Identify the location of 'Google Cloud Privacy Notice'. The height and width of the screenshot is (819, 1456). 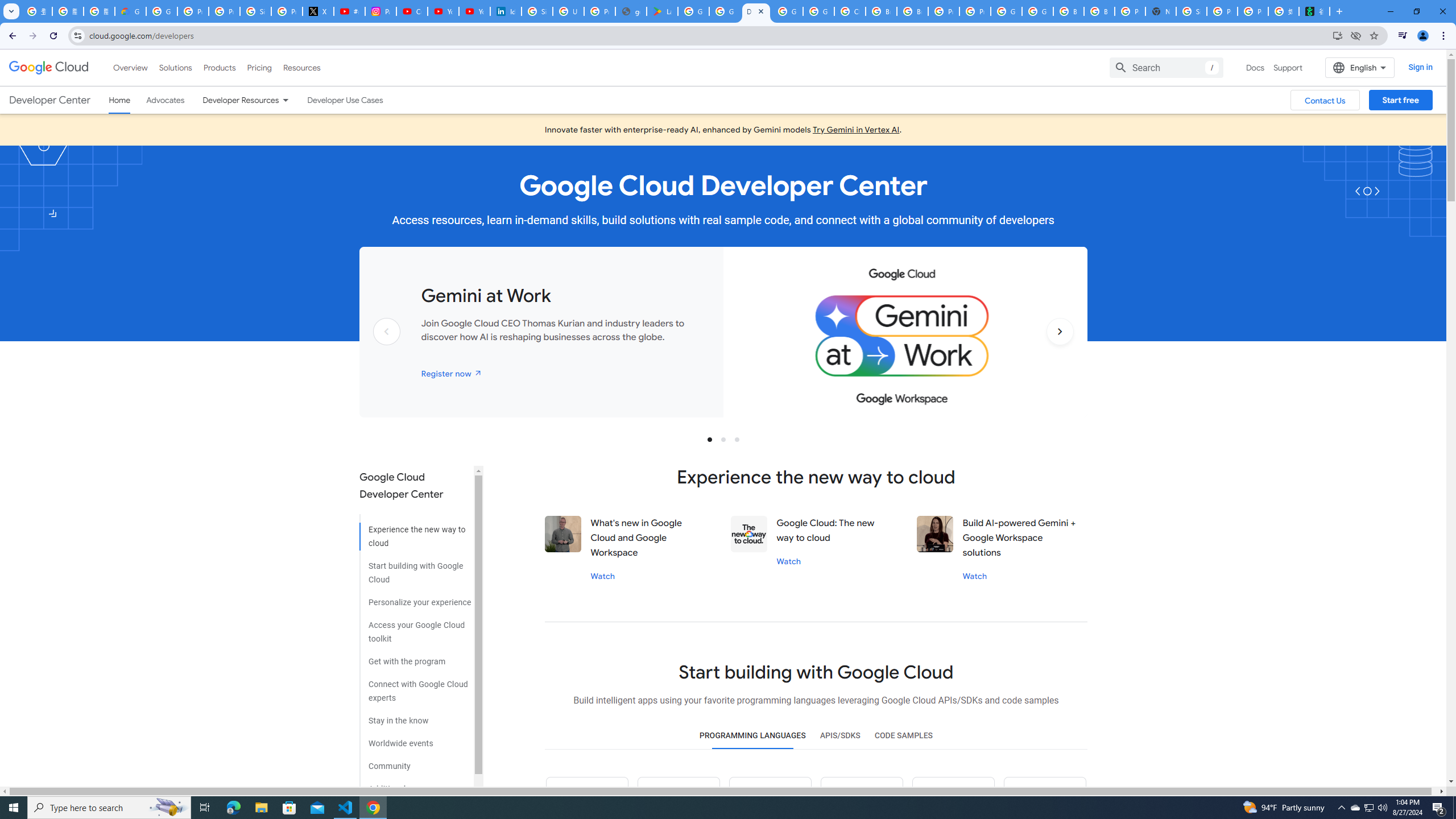
(130, 11).